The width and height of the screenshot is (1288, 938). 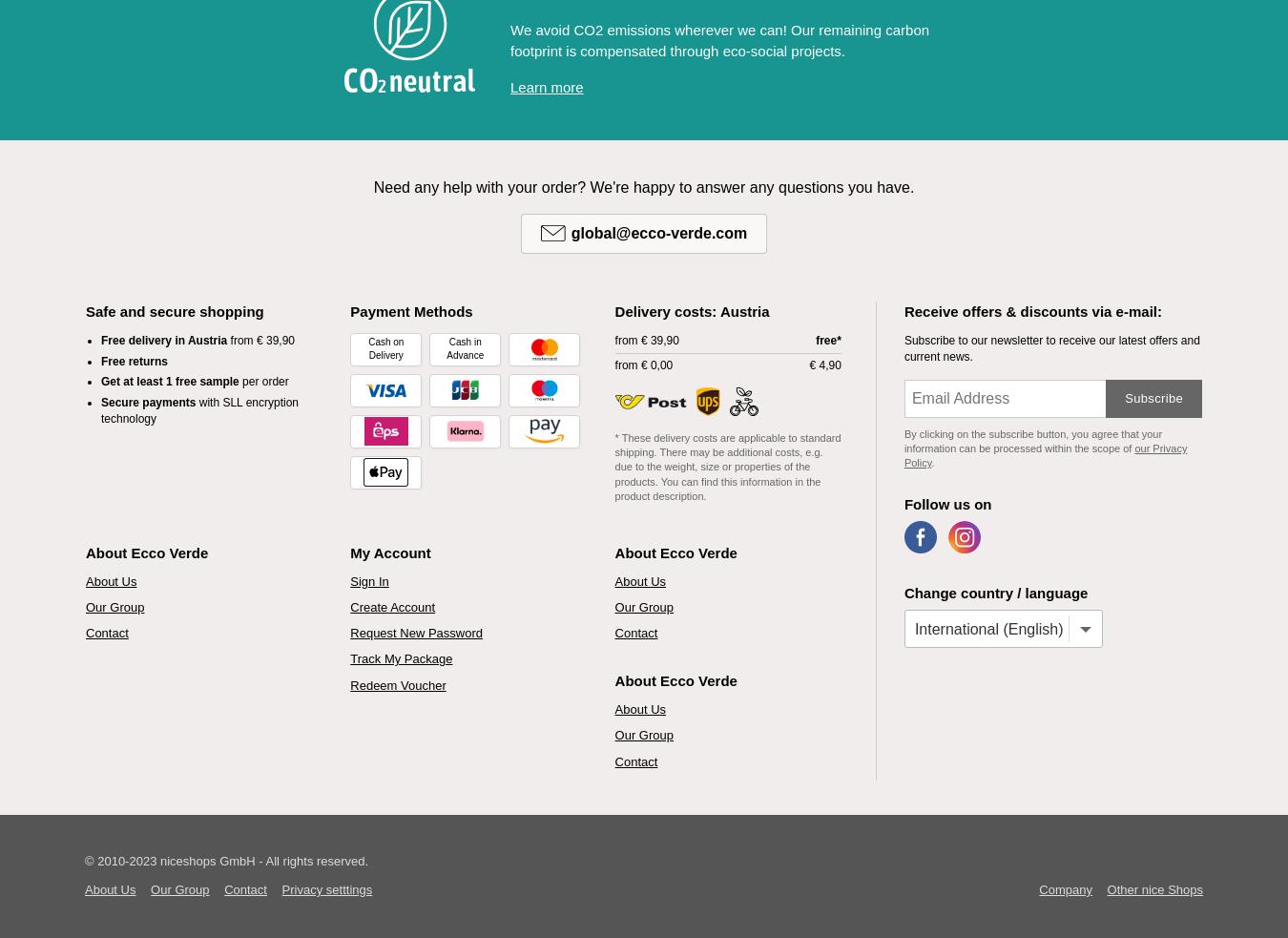 What do you see at coordinates (1153, 889) in the screenshot?
I see `'Other nice Shops'` at bounding box center [1153, 889].